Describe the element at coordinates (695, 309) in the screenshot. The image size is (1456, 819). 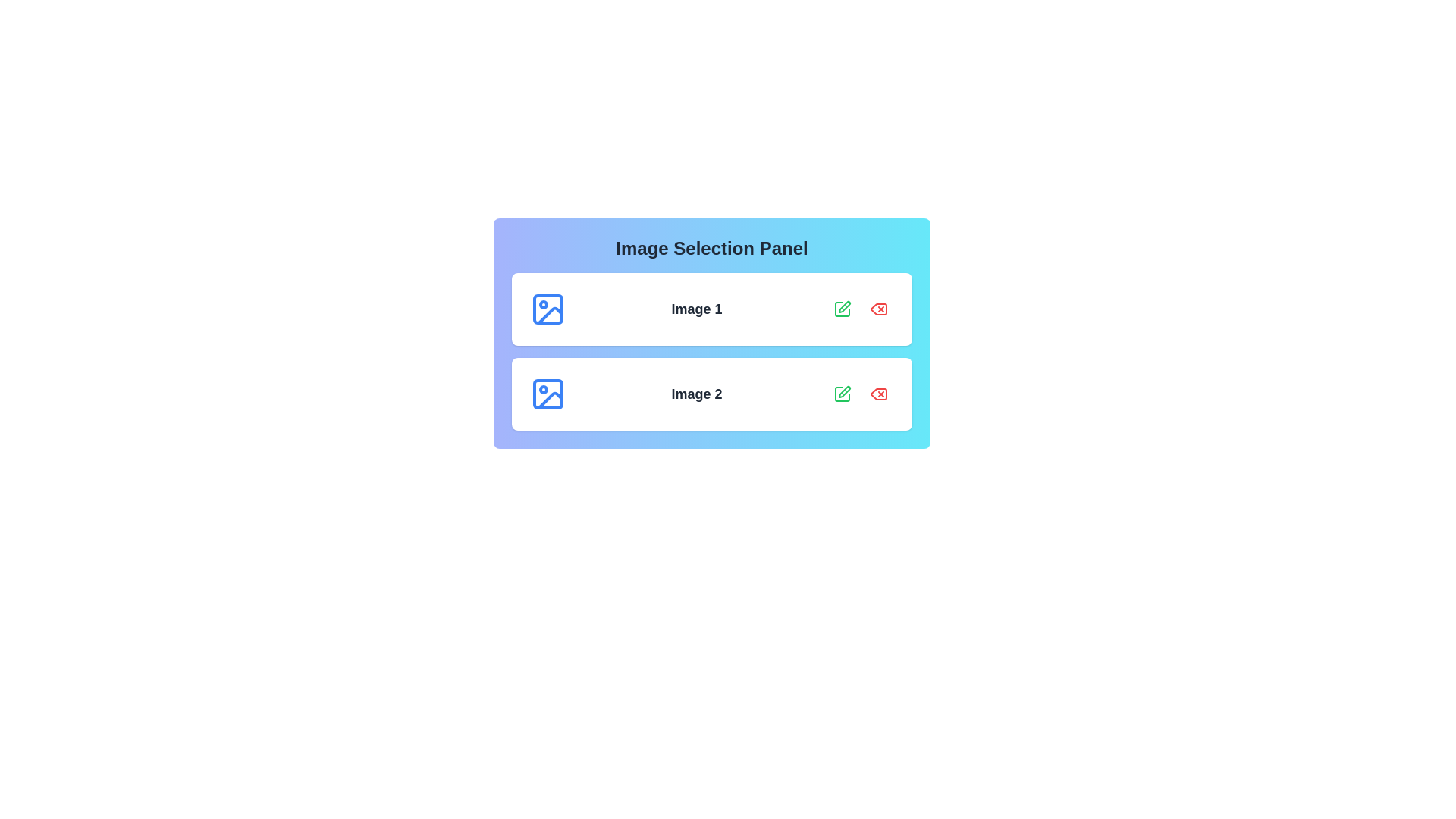
I see `the text label reading 'Image 1', which is displayed in bold and slightly larger font size in dark gray color on a white background card` at that location.